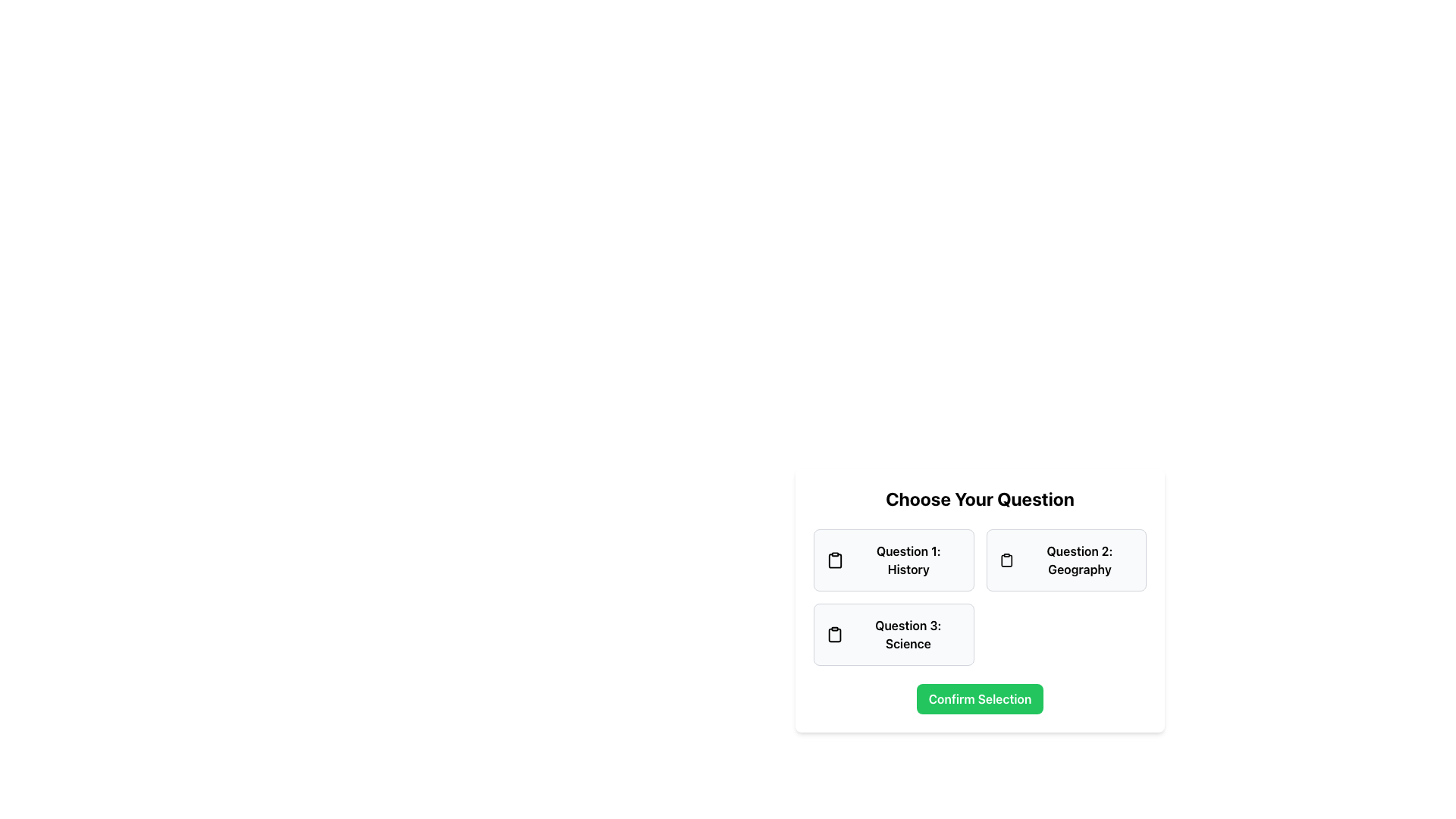 The width and height of the screenshot is (1456, 819). What do you see at coordinates (1006, 560) in the screenshot?
I see `the graphical representation symbolizing the 'Question 2: Geography' option, positioned to the left of the associated text in the top right quadrant` at bounding box center [1006, 560].